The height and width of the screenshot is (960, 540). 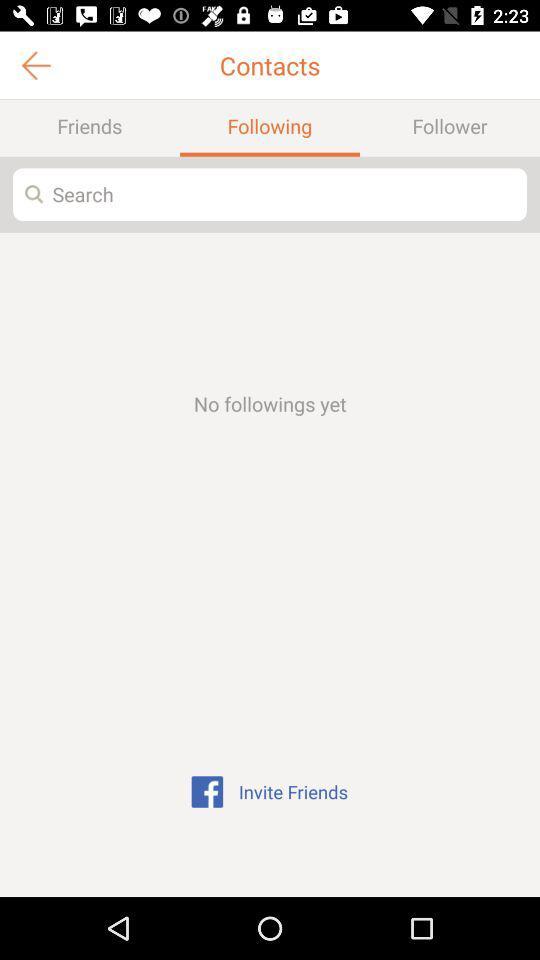 I want to click on search field, so click(x=270, y=194).